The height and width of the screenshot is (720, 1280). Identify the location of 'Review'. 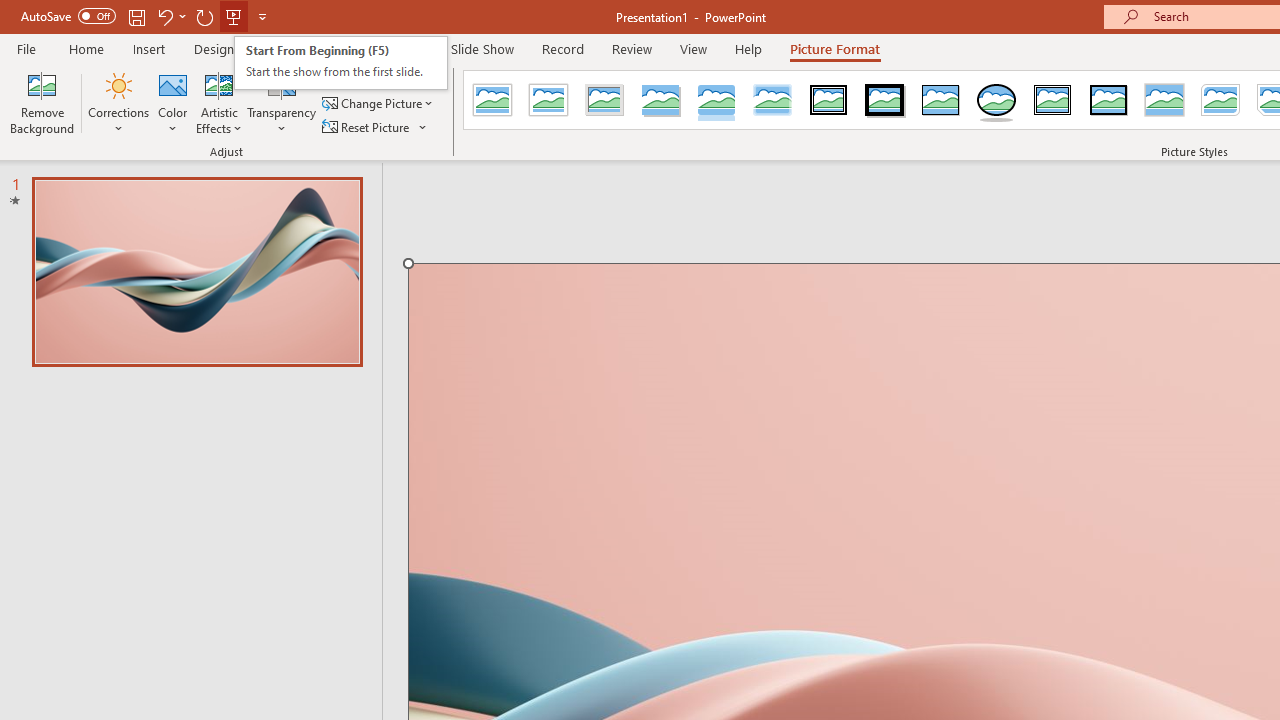
(630, 48).